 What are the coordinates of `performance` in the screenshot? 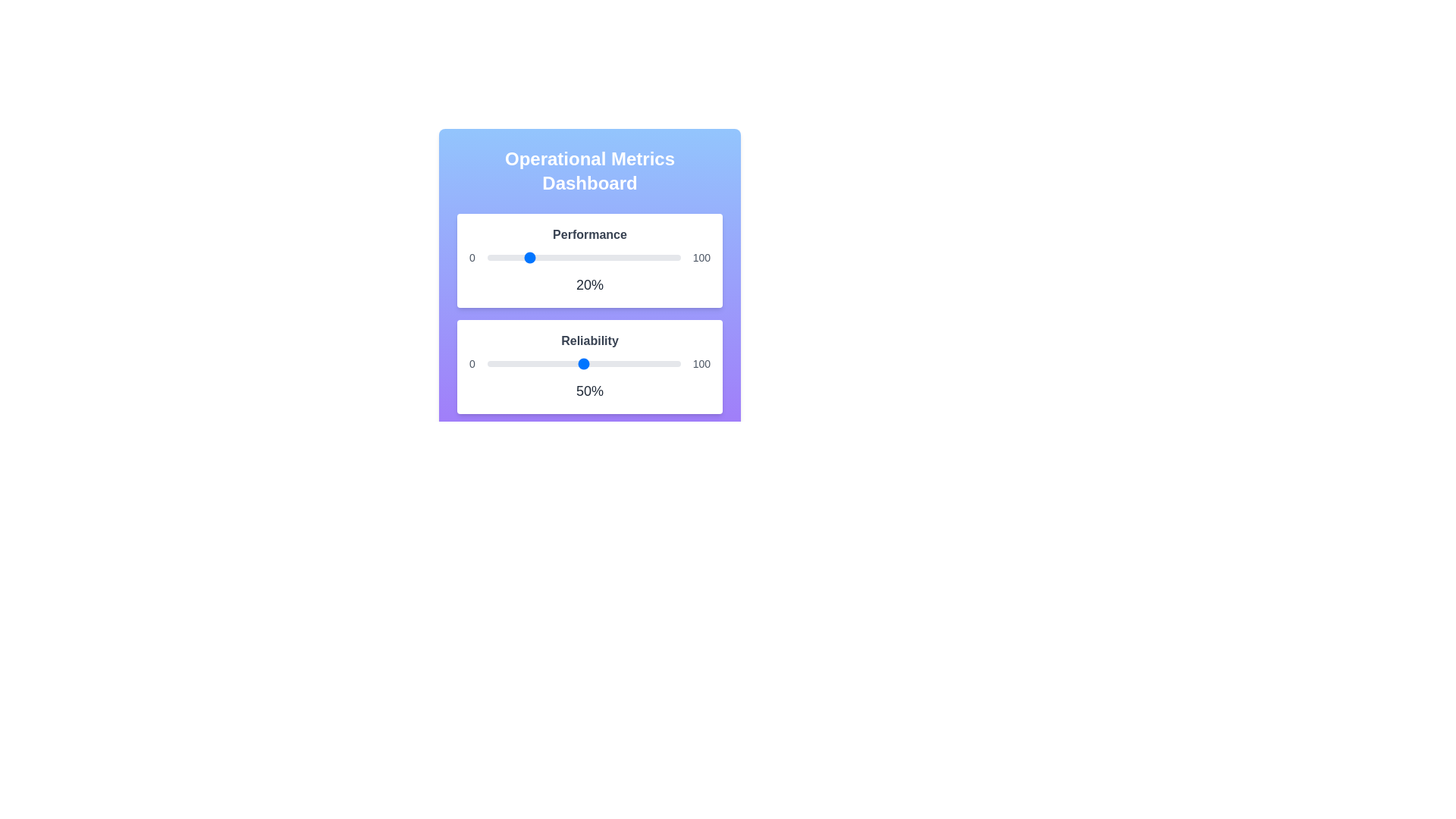 It's located at (518, 256).